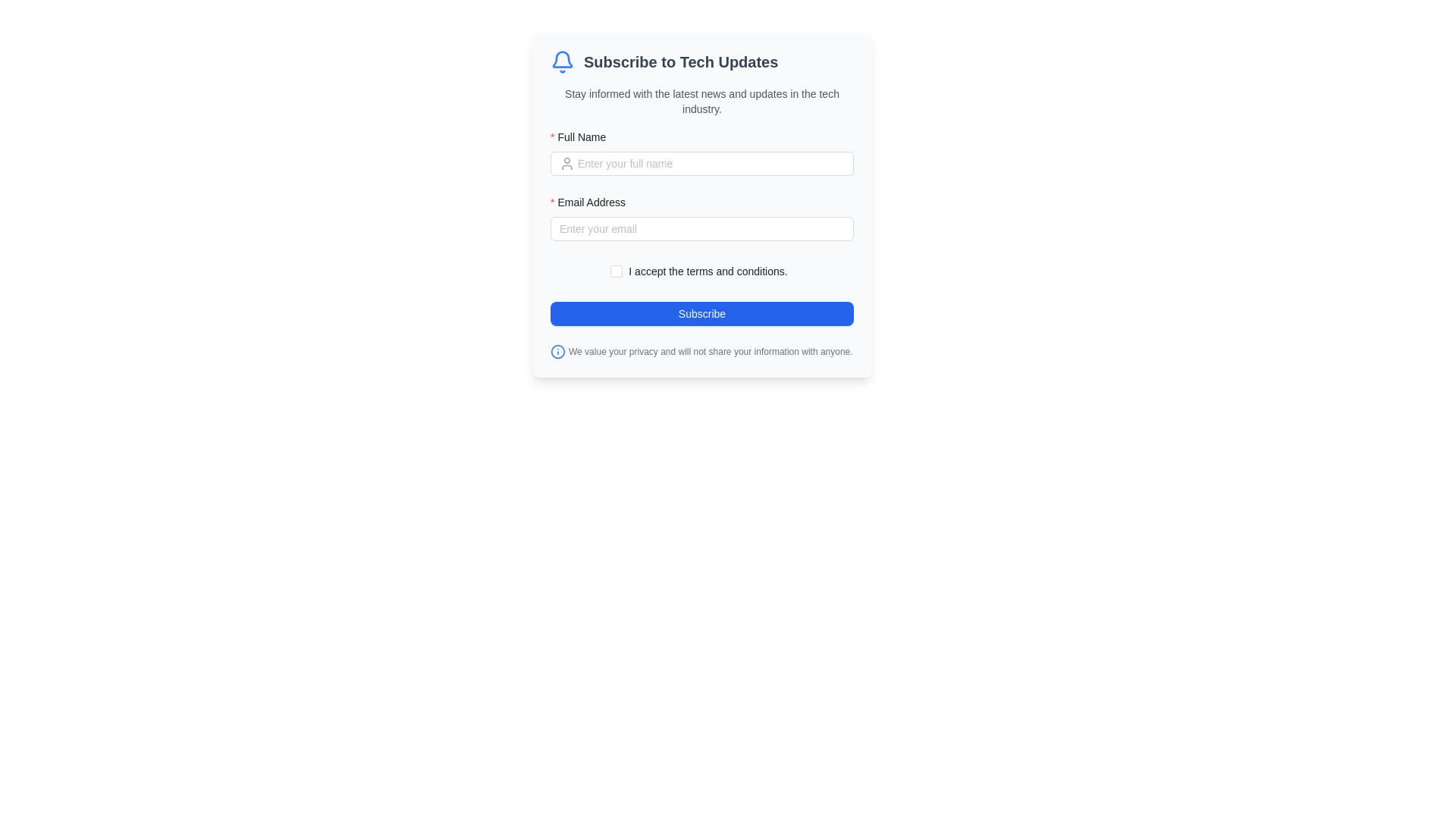 The height and width of the screenshot is (819, 1456). I want to click on the blue bell icon located on the leftmost side of the text 'Subscribe to Tech Updates.', so click(562, 61).